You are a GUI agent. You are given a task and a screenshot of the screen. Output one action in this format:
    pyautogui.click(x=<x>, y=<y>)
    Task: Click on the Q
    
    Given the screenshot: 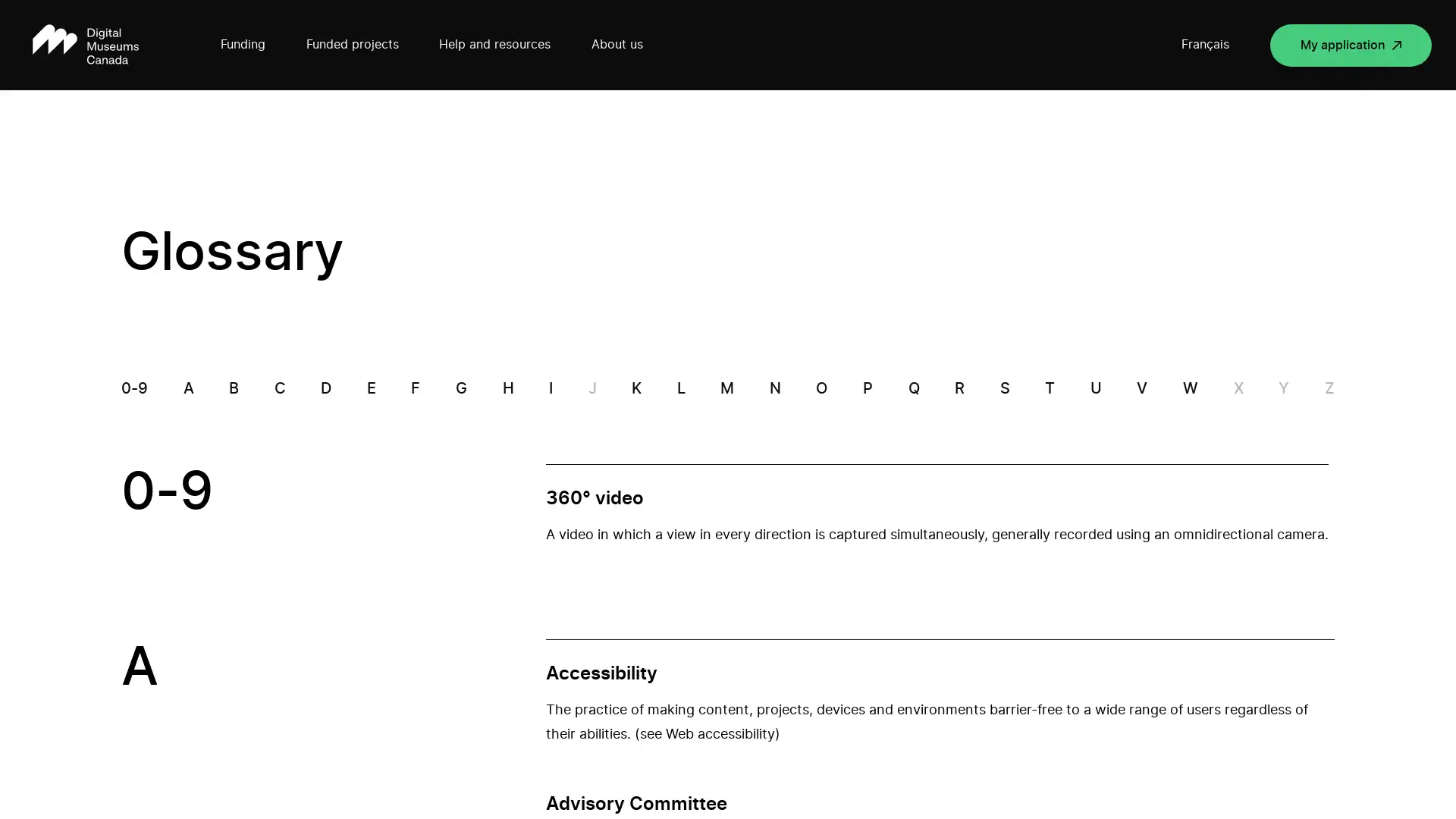 What is the action you would take?
    pyautogui.click(x=912, y=388)
    